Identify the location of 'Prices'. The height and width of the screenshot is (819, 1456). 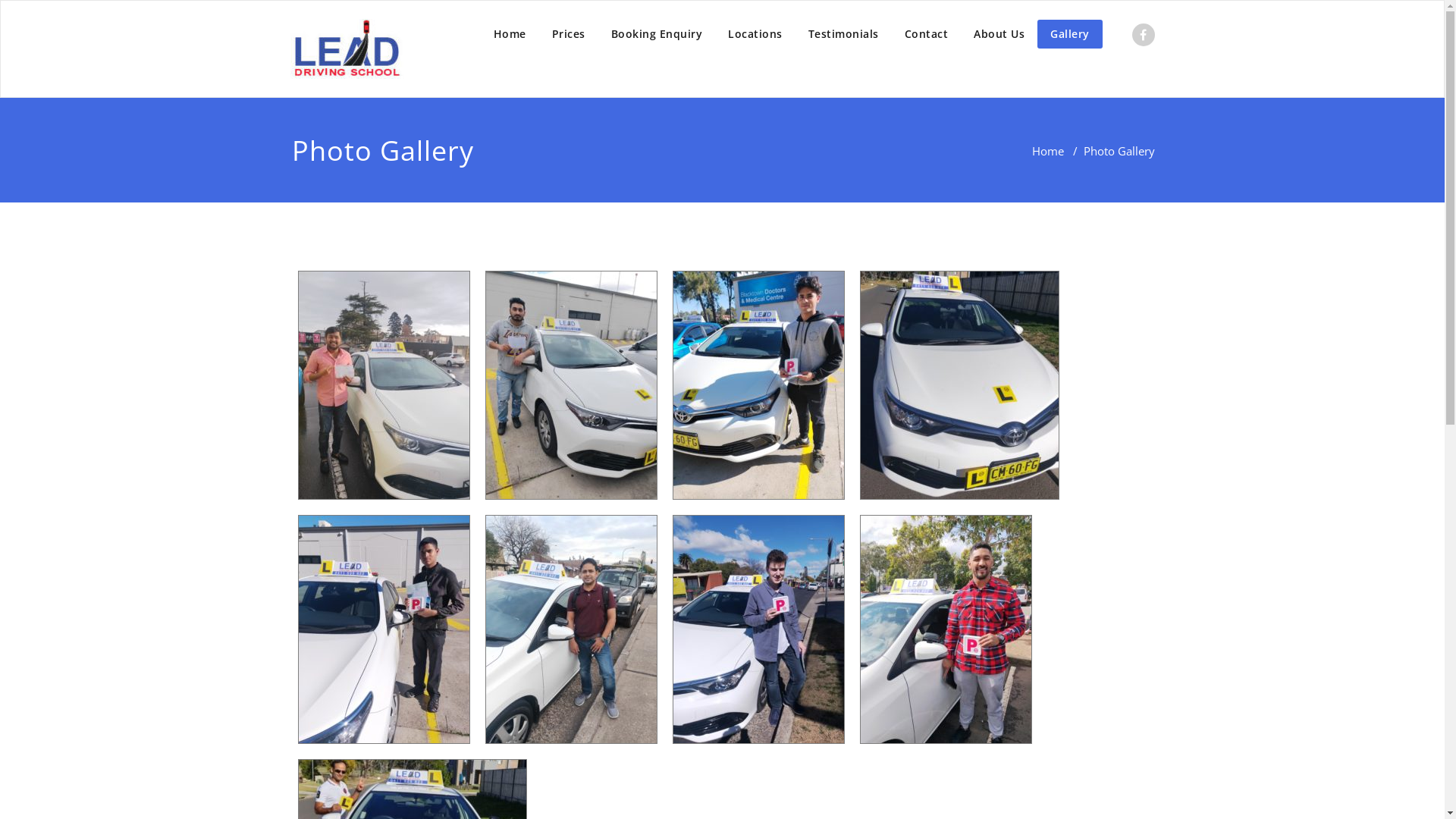
(538, 34).